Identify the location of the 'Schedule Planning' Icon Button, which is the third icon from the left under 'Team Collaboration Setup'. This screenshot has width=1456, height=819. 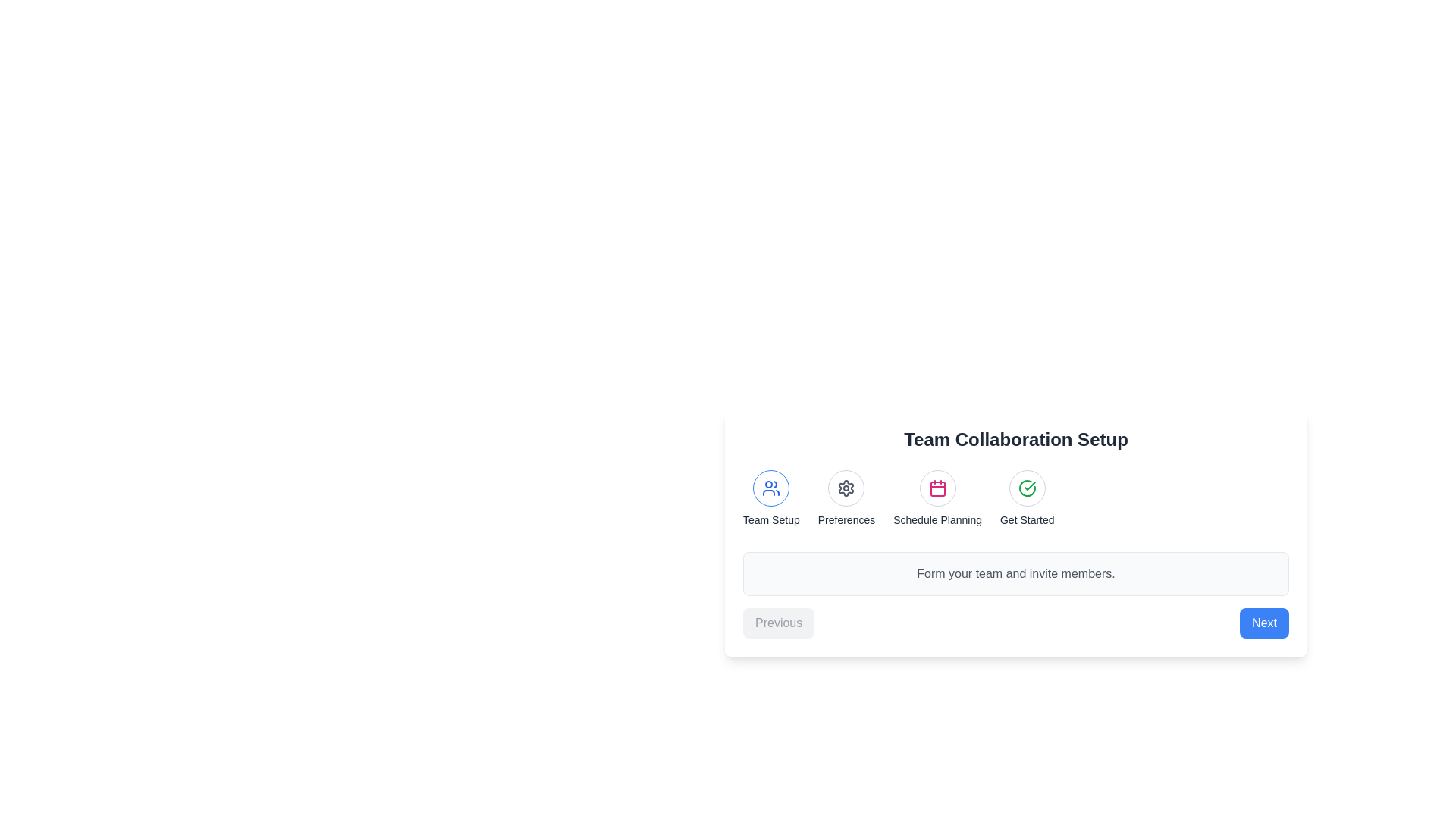
(937, 488).